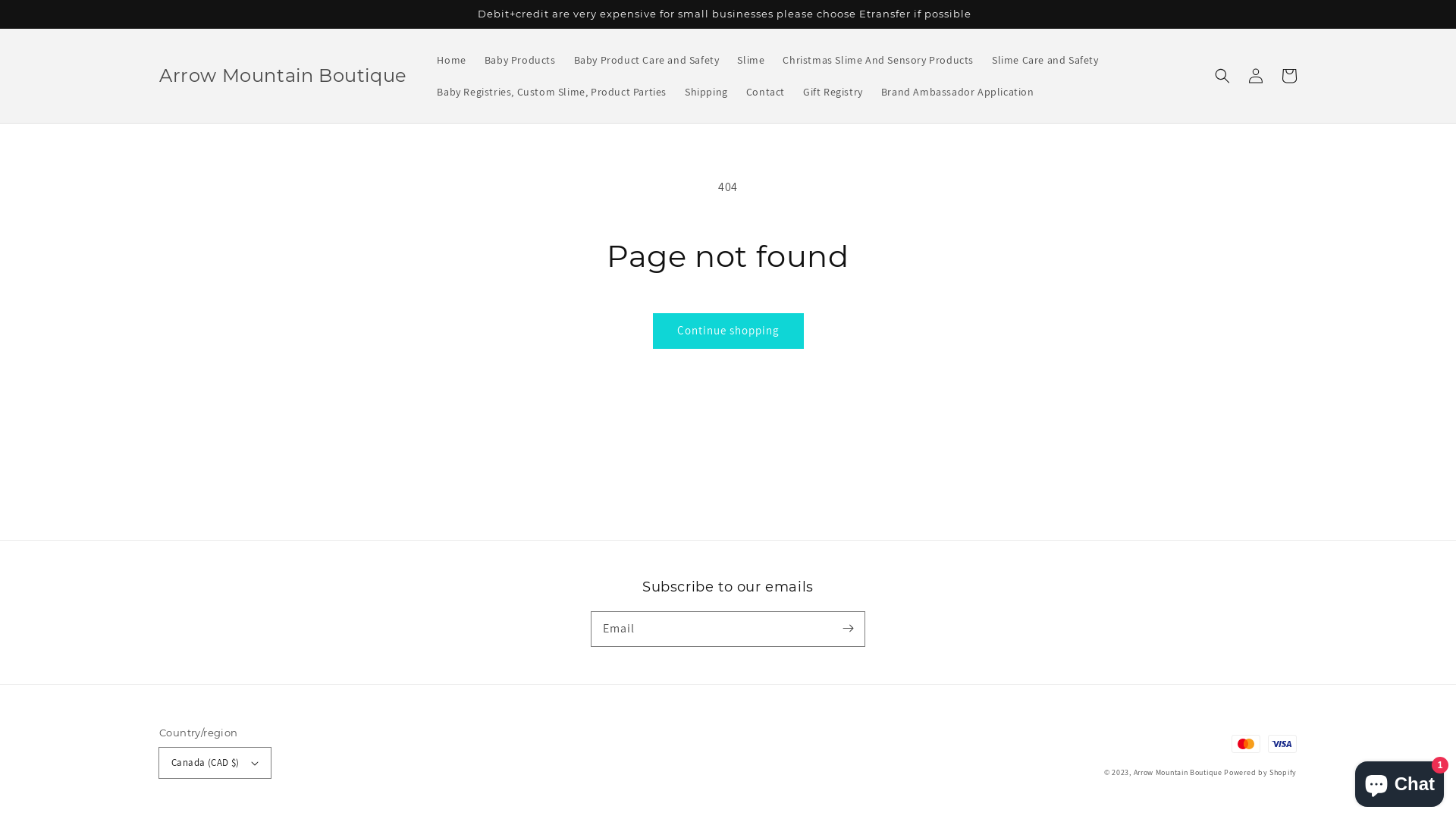  What do you see at coordinates (475, 58) in the screenshot?
I see `'Baby Products'` at bounding box center [475, 58].